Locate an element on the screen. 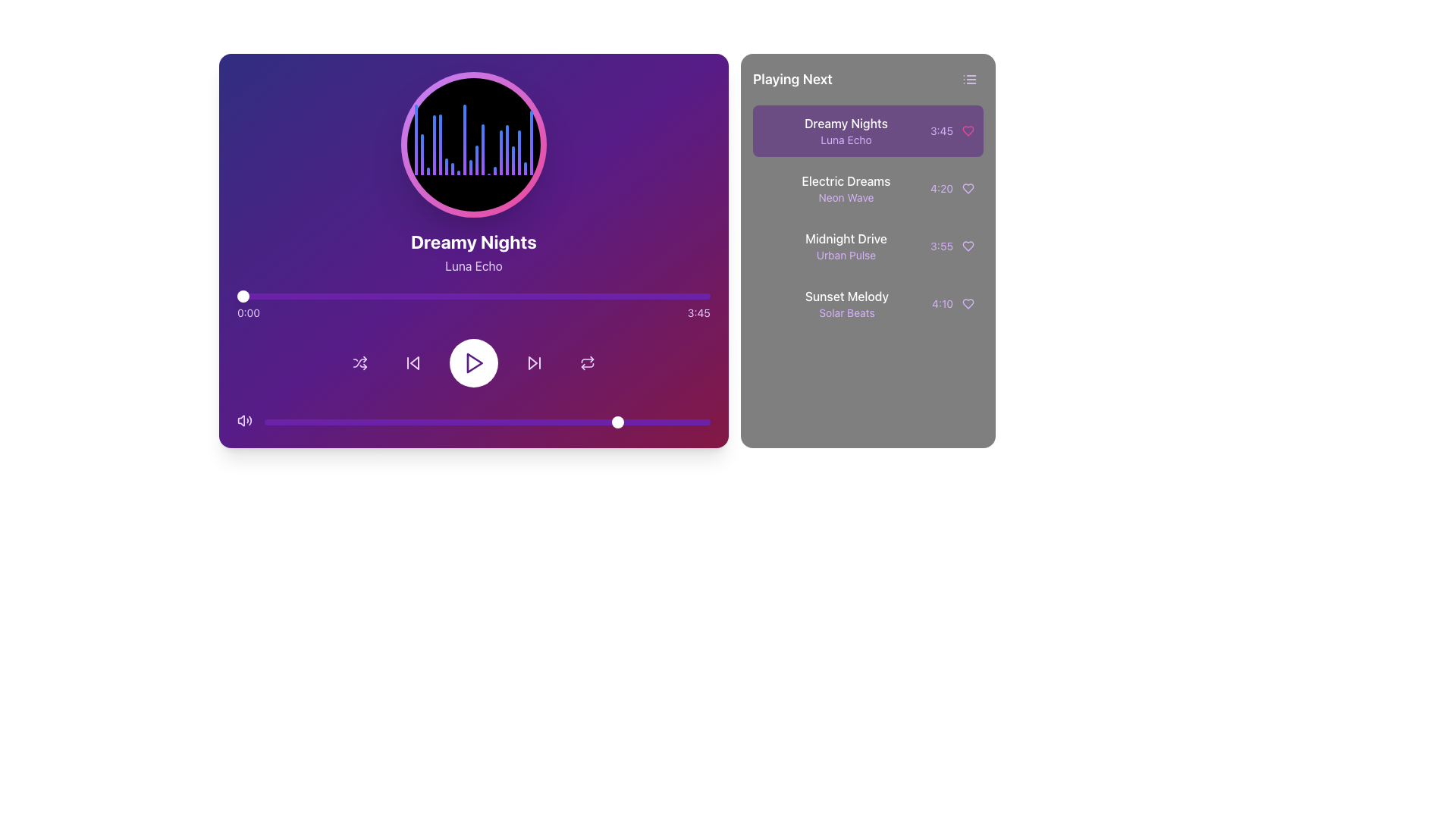 This screenshot has height=819, width=1456. the first static bar indicator in the audio equalizer, which represents audio volume or frequency intensity is located at coordinates (416, 140).